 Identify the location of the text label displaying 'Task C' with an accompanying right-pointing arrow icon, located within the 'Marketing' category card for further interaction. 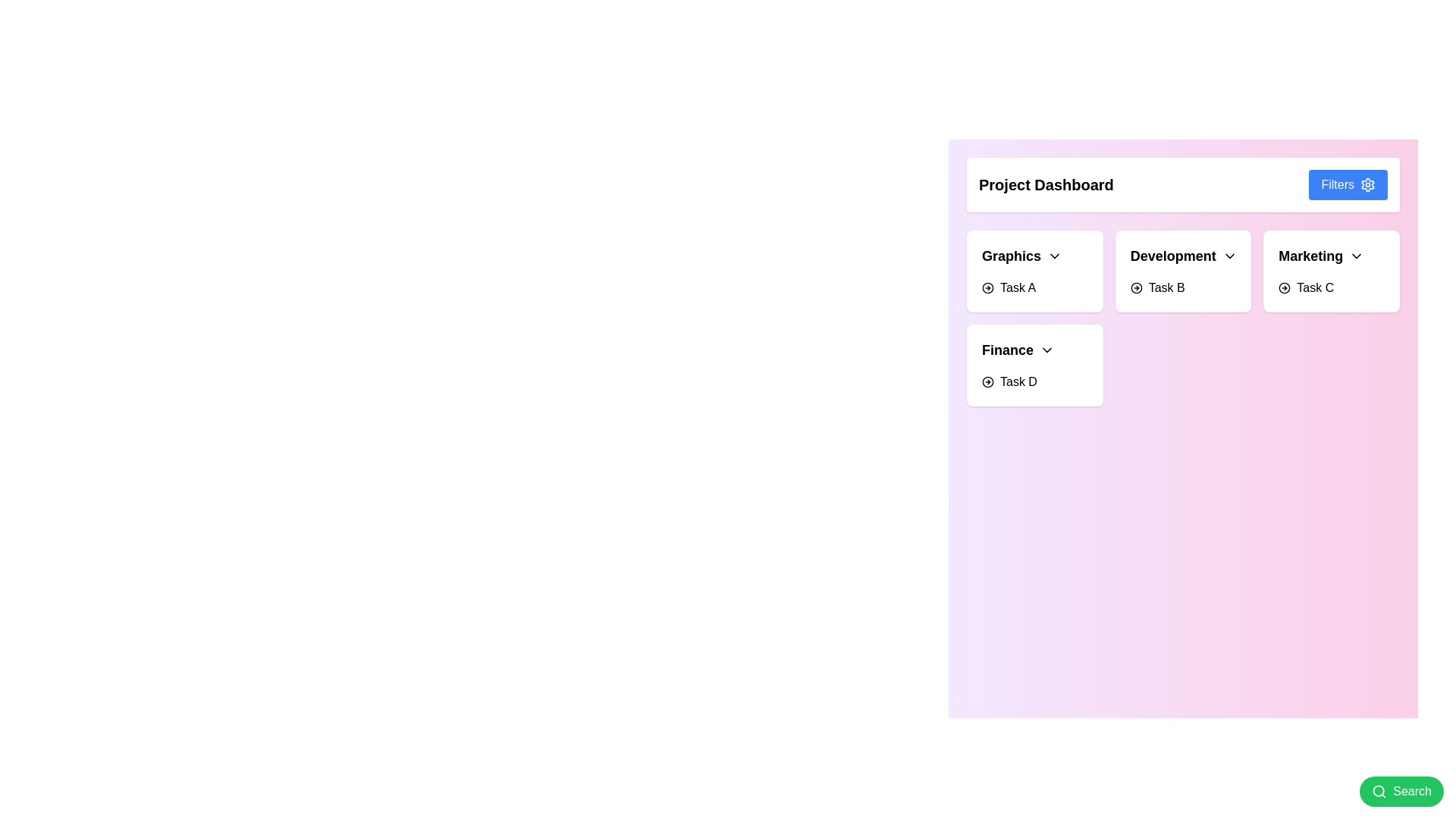
(1305, 288).